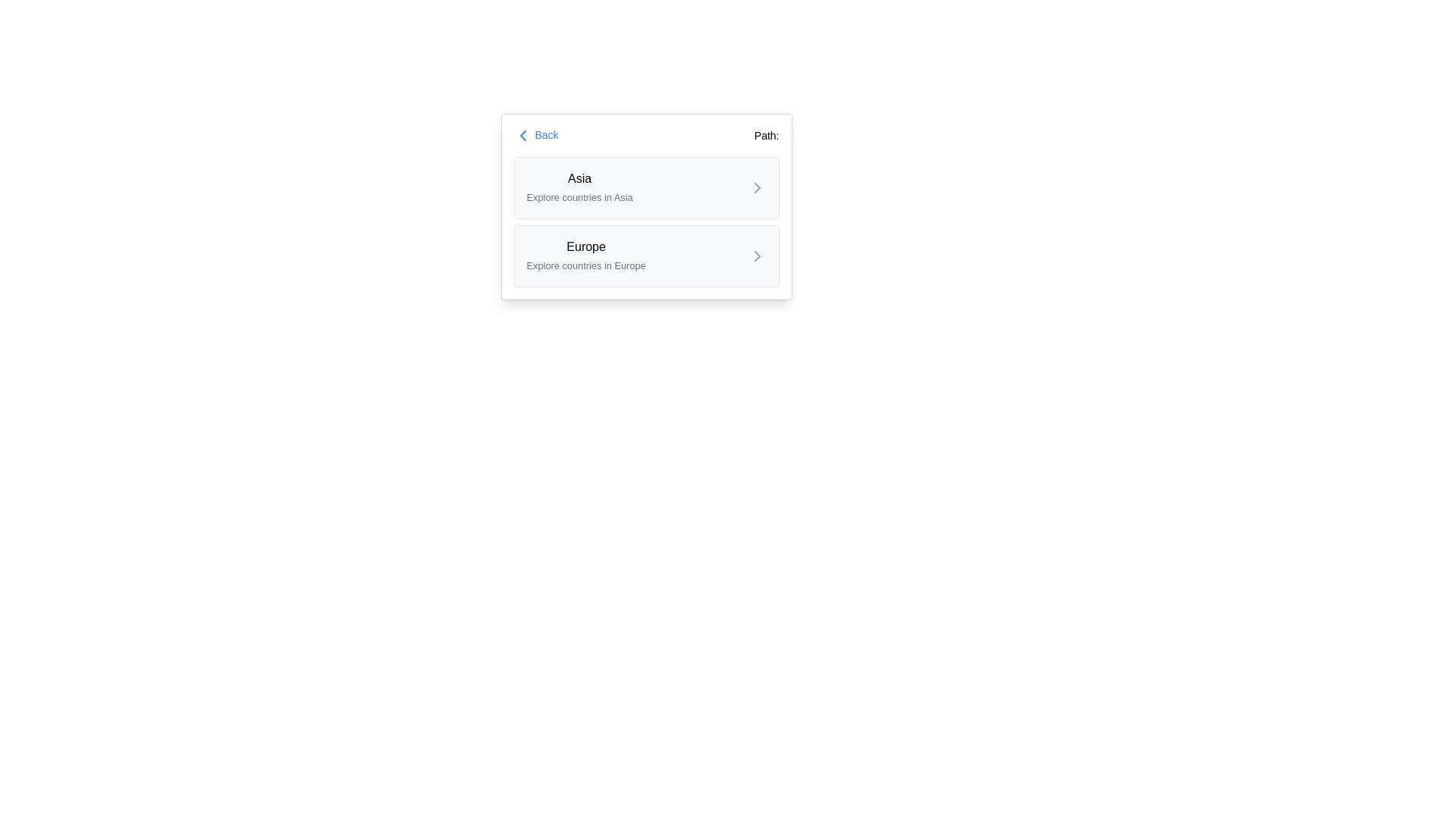 This screenshot has height=819, width=1456. What do you see at coordinates (522, 134) in the screenshot?
I see `the back navigation icon located at the top left corner of the card interface layout` at bounding box center [522, 134].